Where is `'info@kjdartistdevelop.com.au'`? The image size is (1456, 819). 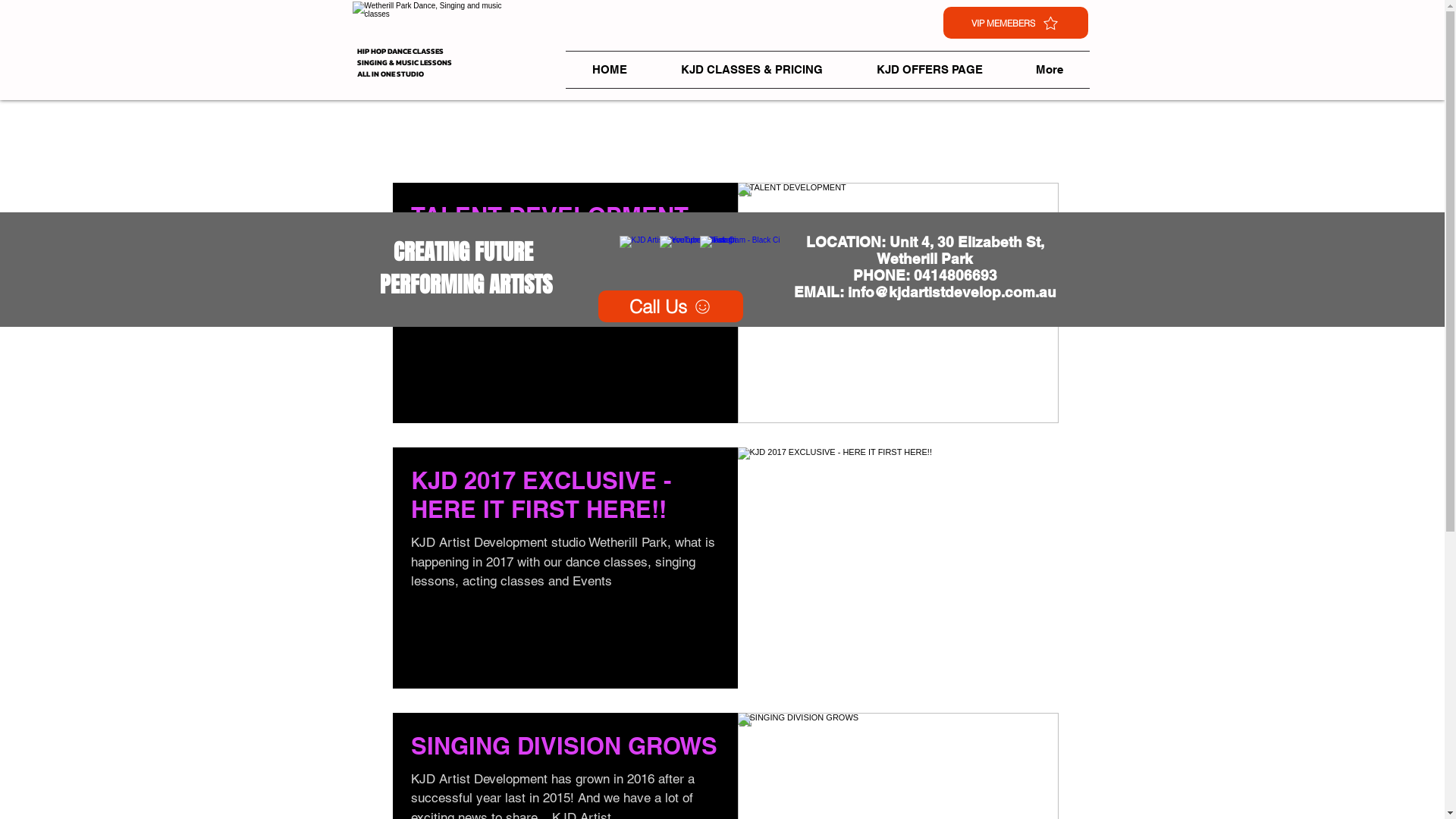 'info@kjdartistdevelop.com.au' is located at coordinates (951, 292).